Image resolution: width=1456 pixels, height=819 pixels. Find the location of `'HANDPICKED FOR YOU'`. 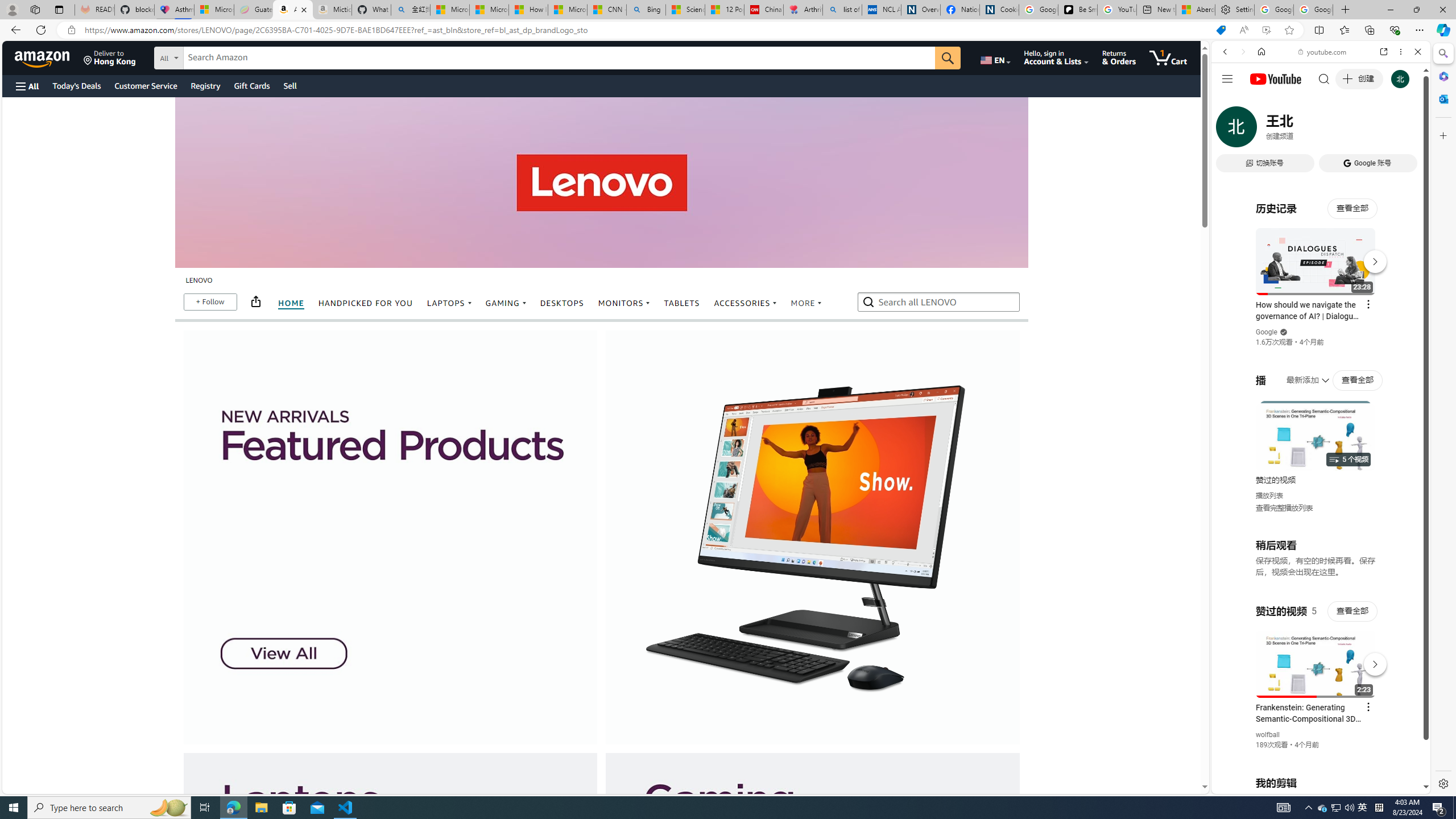

'HANDPICKED FOR YOU' is located at coordinates (366, 303).